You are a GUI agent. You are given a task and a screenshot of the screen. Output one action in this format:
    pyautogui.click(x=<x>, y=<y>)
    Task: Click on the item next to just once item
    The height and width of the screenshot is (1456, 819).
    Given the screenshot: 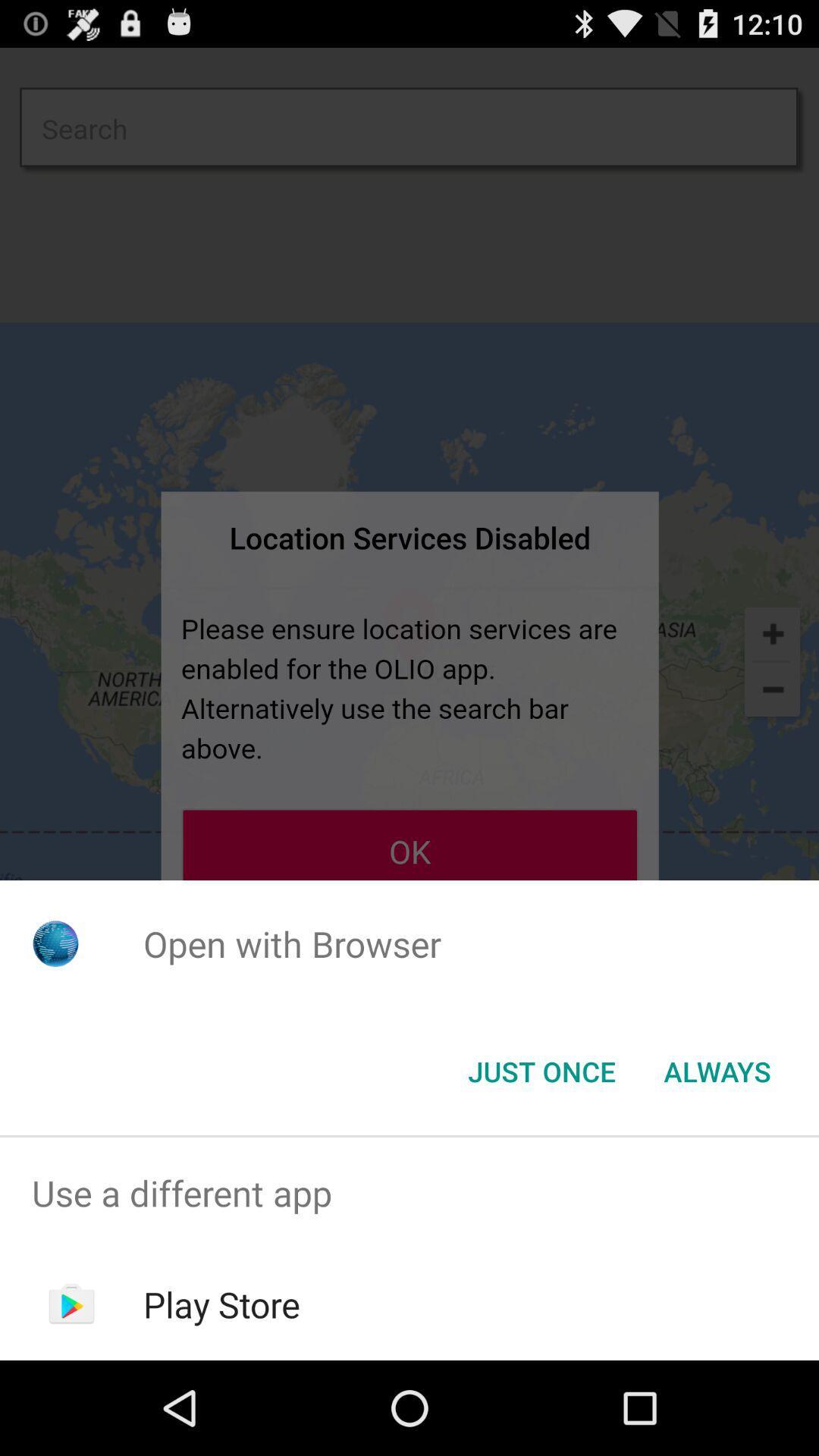 What is the action you would take?
    pyautogui.click(x=717, y=1070)
    